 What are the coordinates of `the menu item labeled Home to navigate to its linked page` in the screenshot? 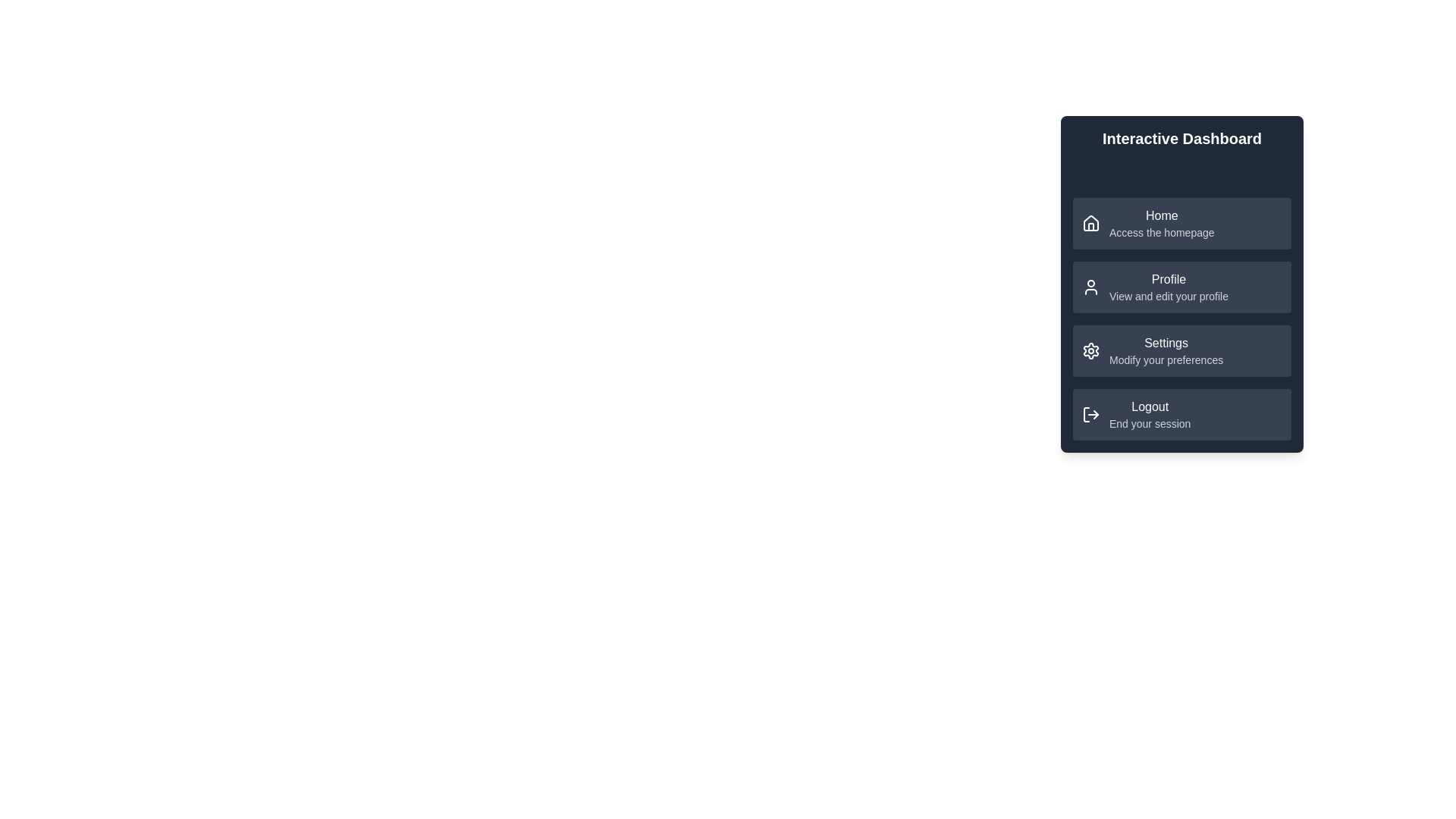 It's located at (1181, 223).